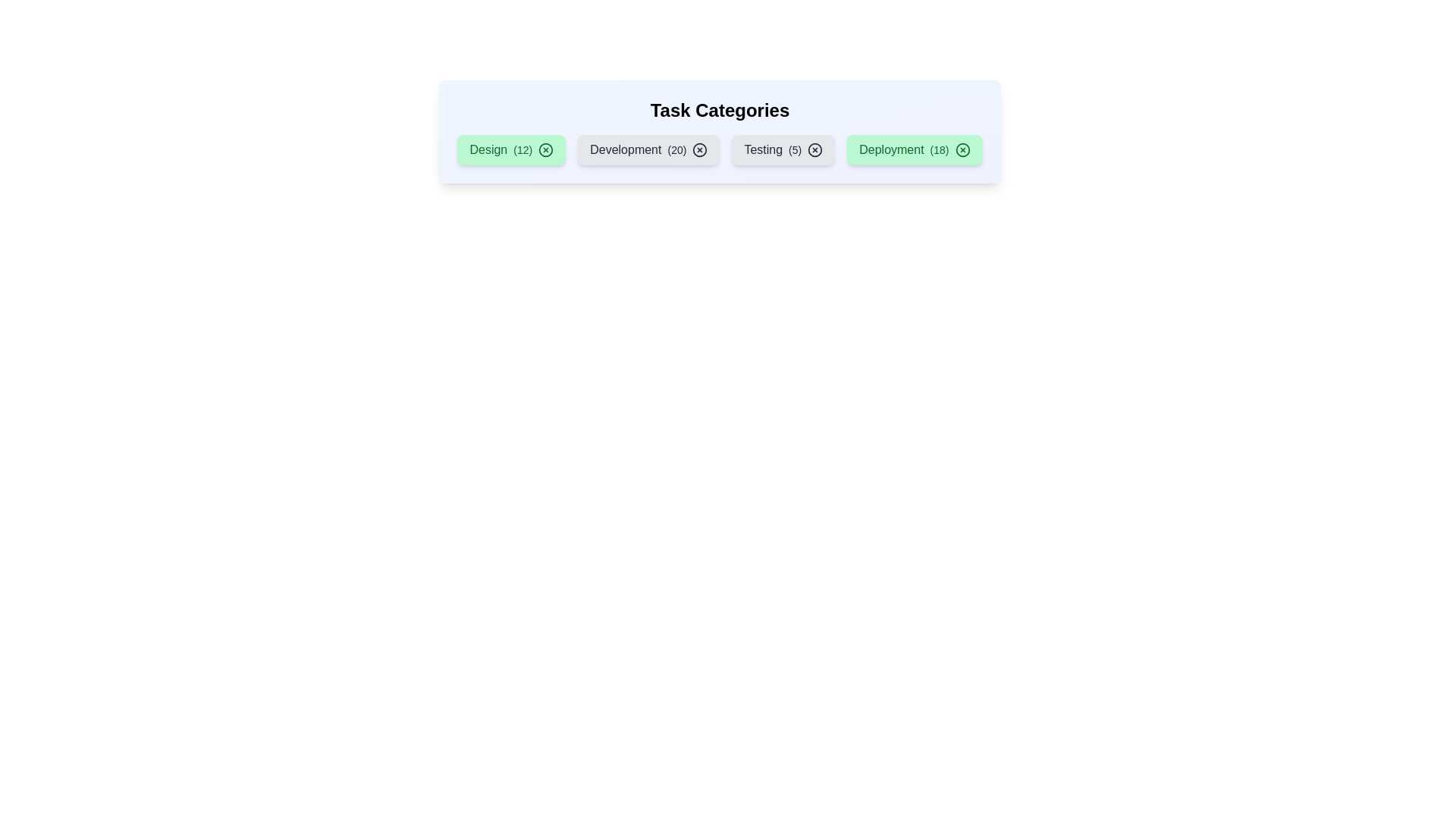 Image resolution: width=1456 pixels, height=819 pixels. What do you see at coordinates (511, 149) in the screenshot?
I see `the chip labeled Design` at bounding box center [511, 149].